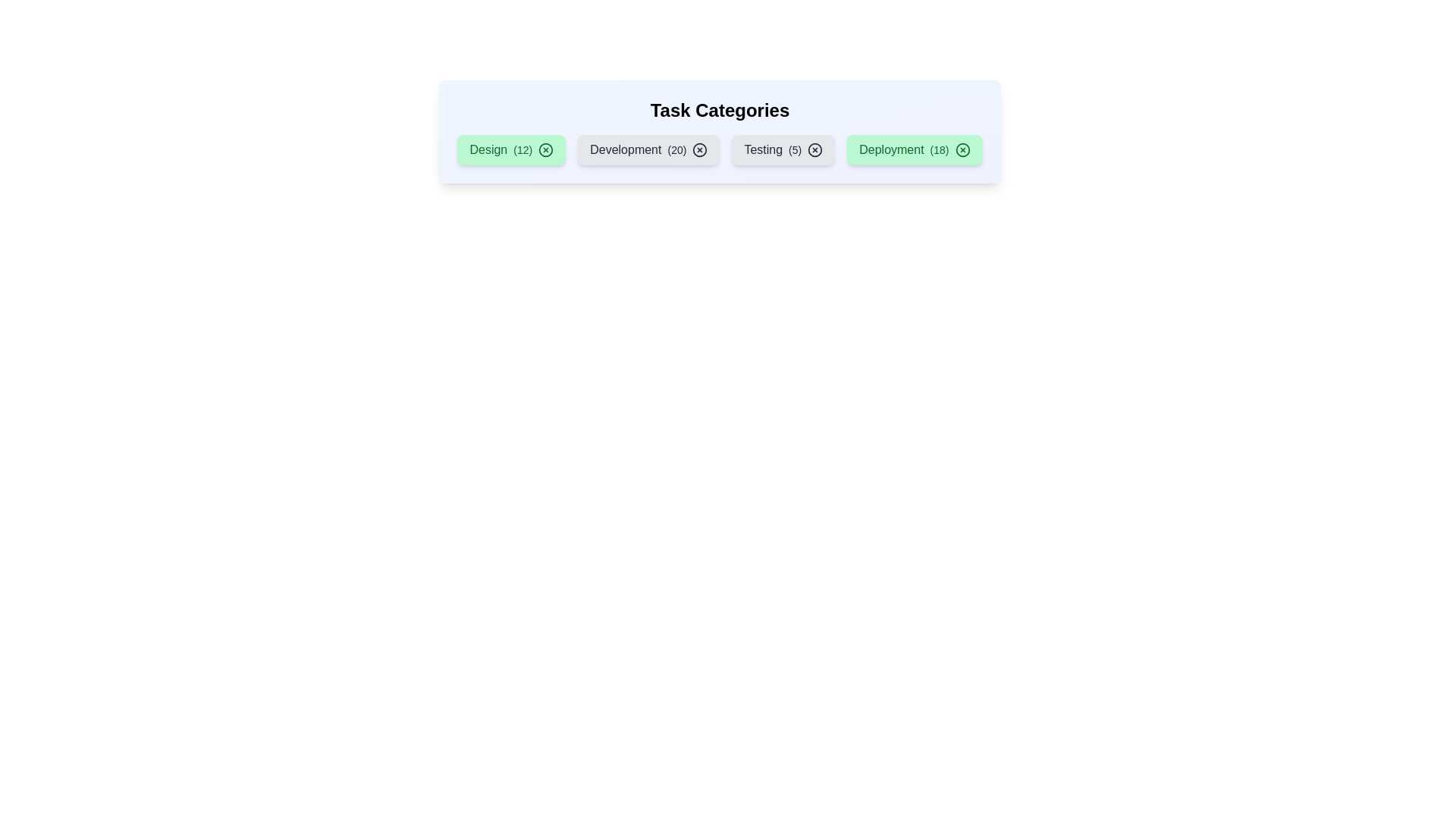 Image resolution: width=1456 pixels, height=819 pixels. What do you see at coordinates (511, 149) in the screenshot?
I see `the chip labeled Design` at bounding box center [511, 149].